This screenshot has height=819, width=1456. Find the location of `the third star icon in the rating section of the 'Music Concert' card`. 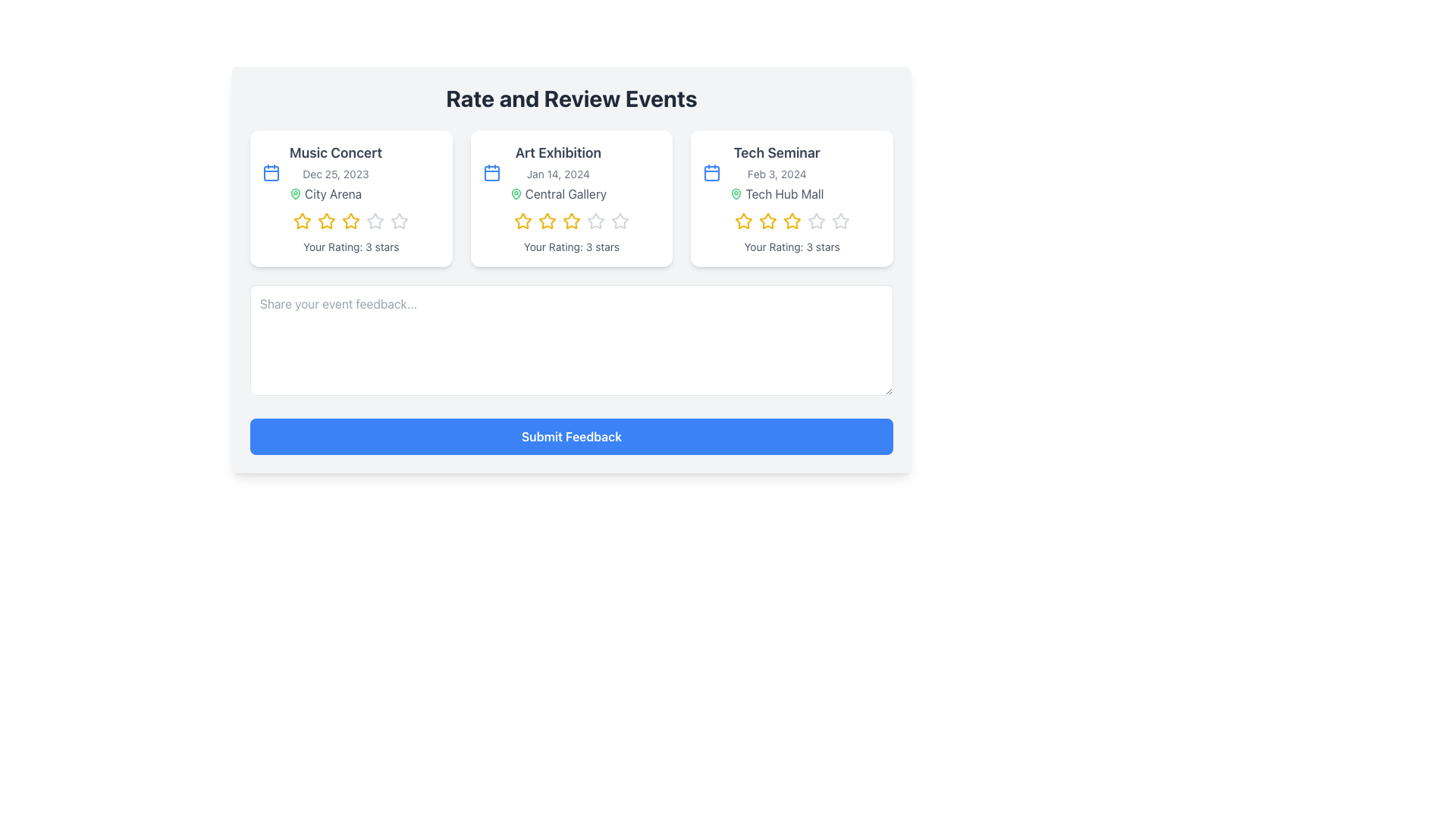

the third star icon in the rating section of the 'Music Concert' card is located at coordinates (350, 221).